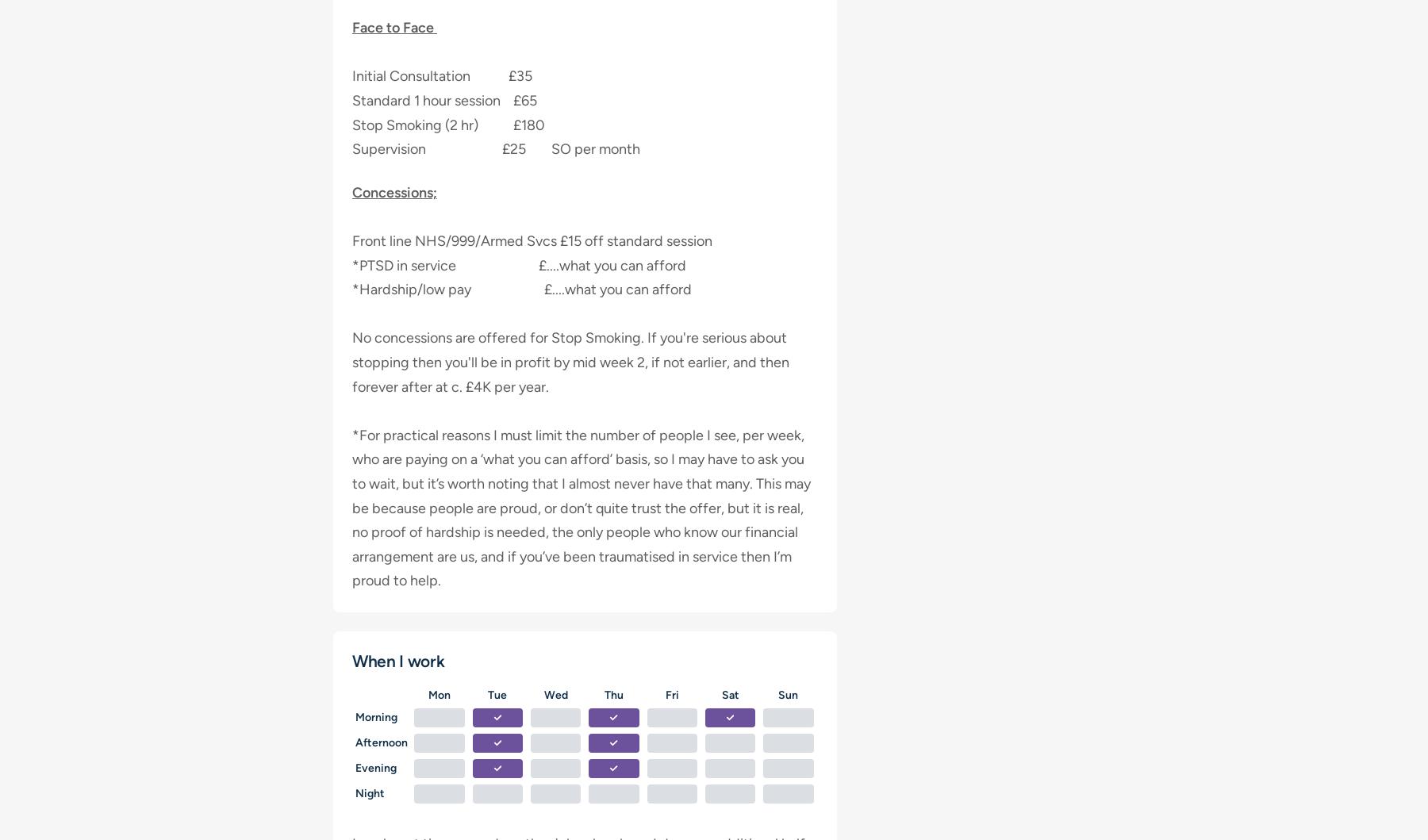 The height and width of the screenshot is (840, 1428). What do you see at coordinates (668, 694) in the screenshot?
I see `'F'` at bounding box center [668, 694].